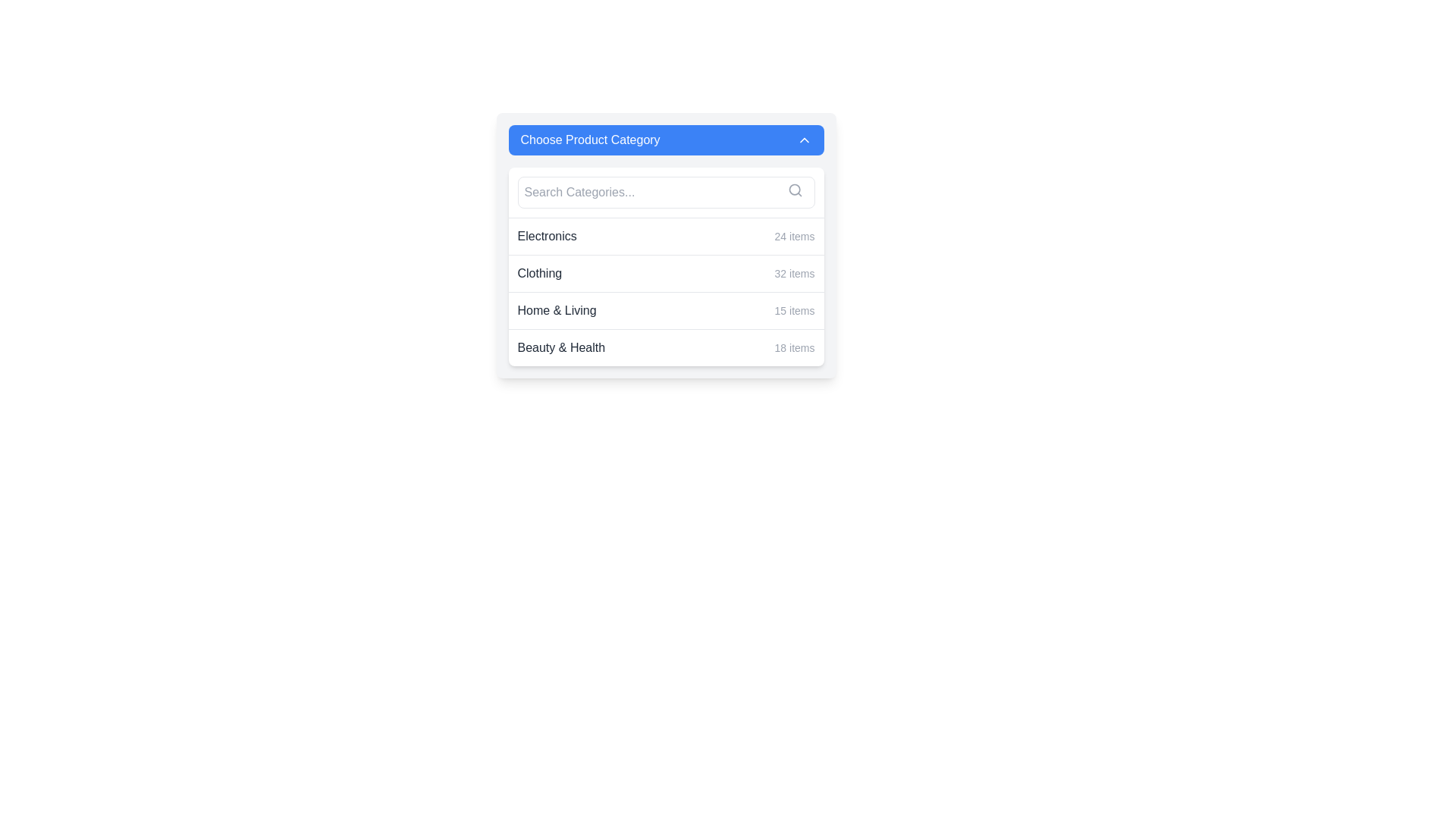 The height and width of the screenshot is (819, 1456). I want to click on the 'Clothing' category list item, so click(666, 265).